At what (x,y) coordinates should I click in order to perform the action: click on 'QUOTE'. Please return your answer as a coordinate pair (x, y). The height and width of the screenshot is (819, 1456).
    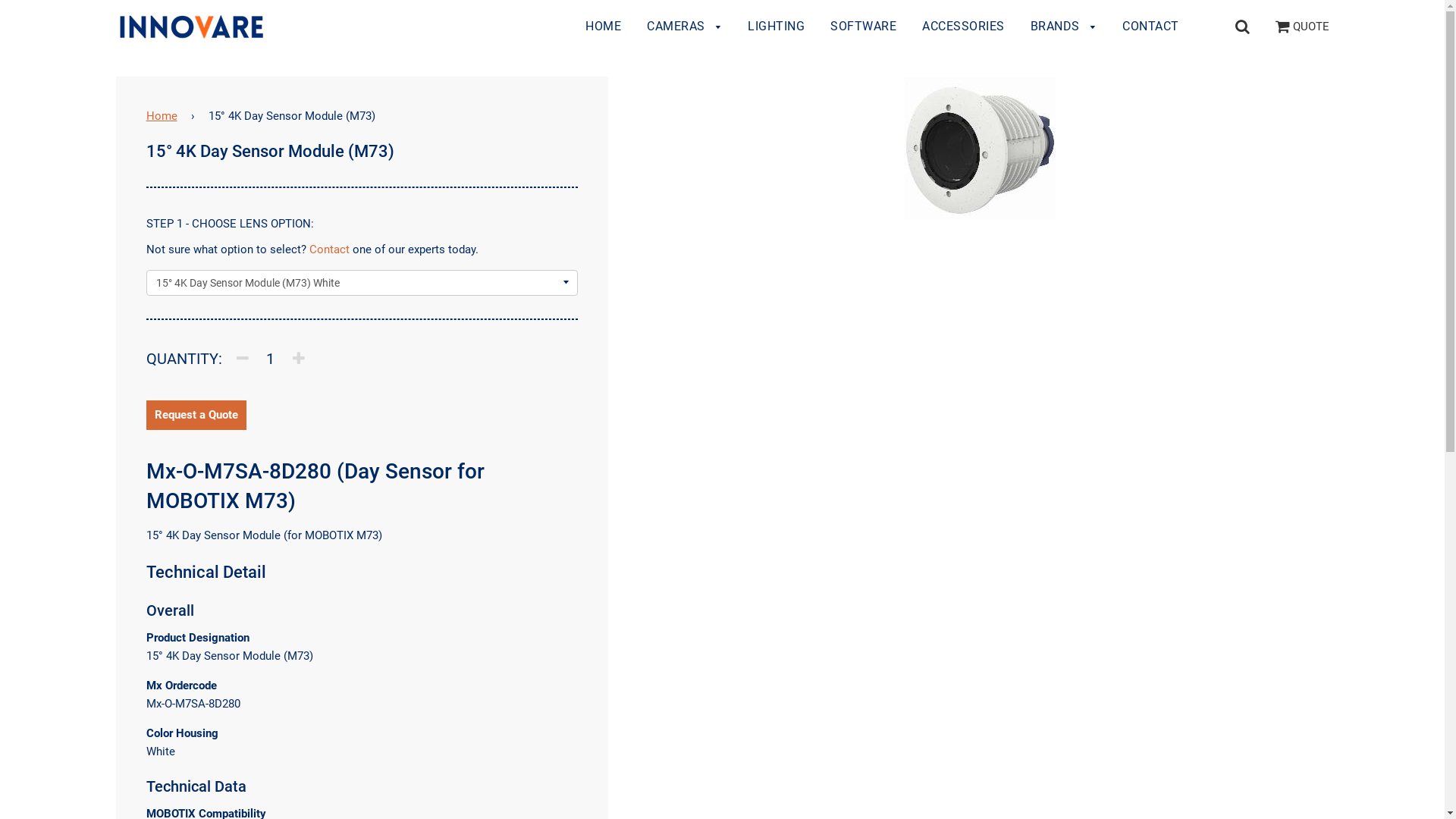
    Looking at the image, I should click on (1301, 26).